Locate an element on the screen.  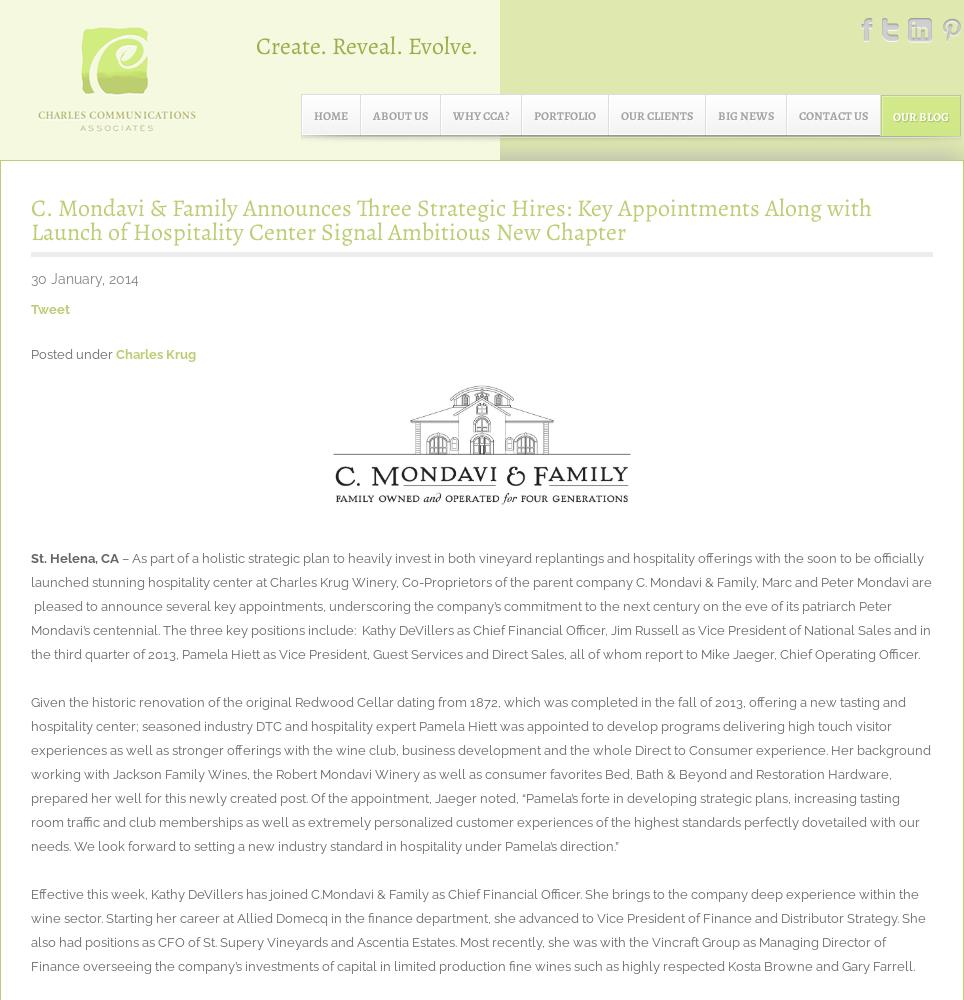
'Contact Us' is located at coordinates (798, 115).